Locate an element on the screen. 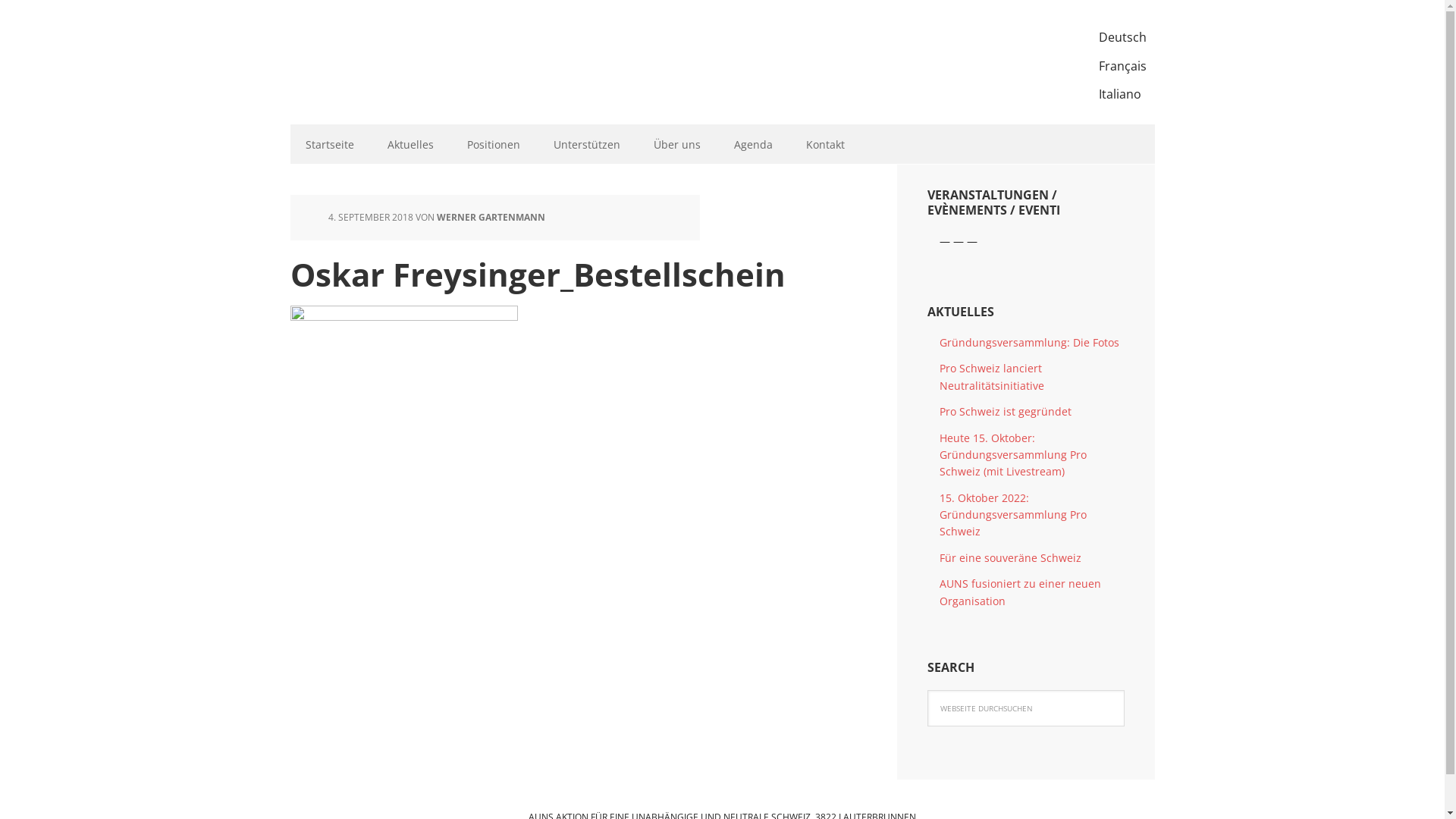 The width and height of the screenshot is (1456, 819). 'Positionen' is located at coordinates (494, 144).